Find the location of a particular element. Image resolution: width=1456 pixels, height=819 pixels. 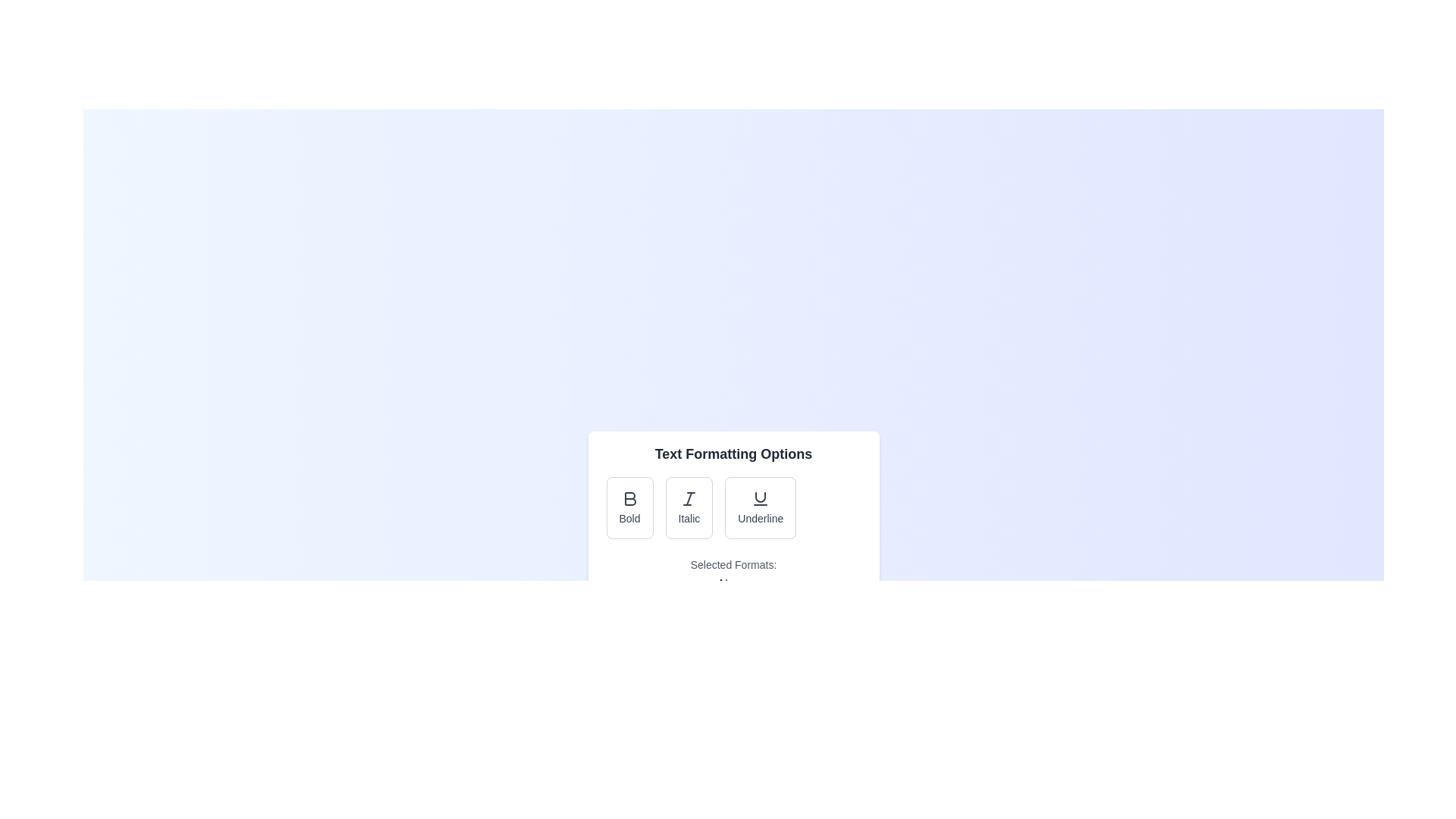

the Italic button to toggle its formatting state is located at coordinates (688, 508).